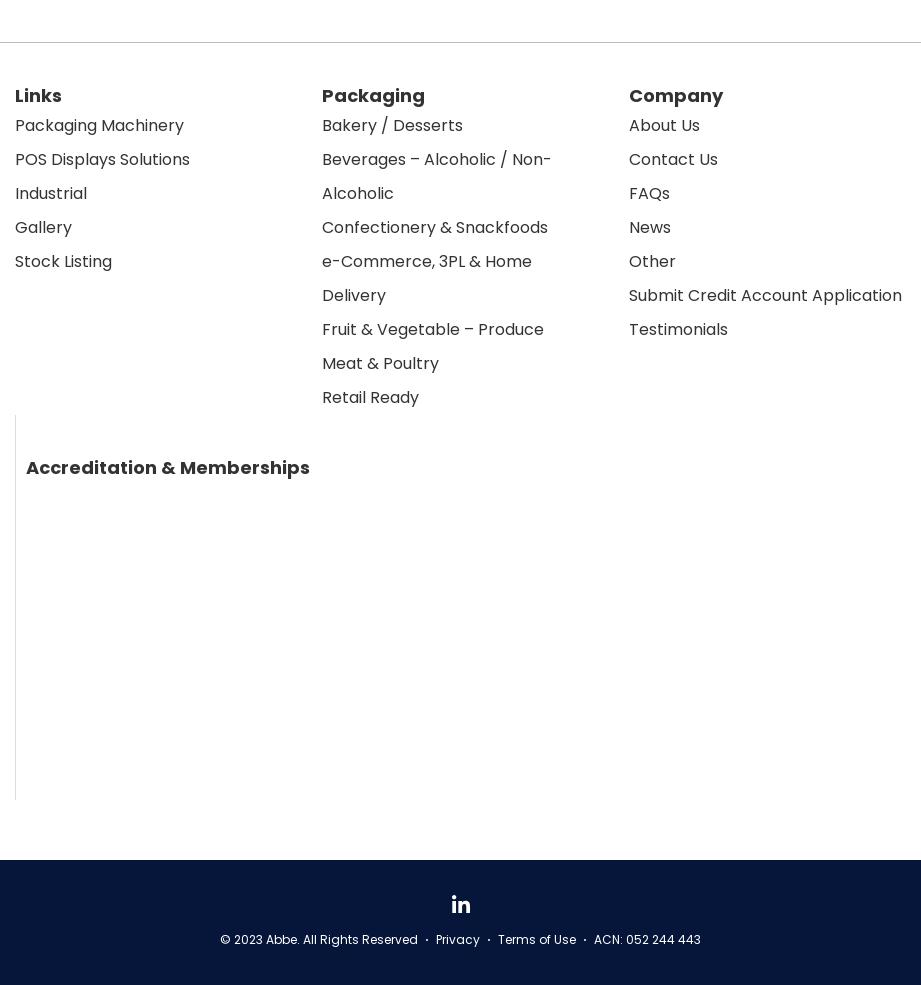 The image size is (921, 985). What do you see at coordinates (391, 124) in the screenshot?
I see `'Bakery / Desserts'` at bounding box center [391, 124].